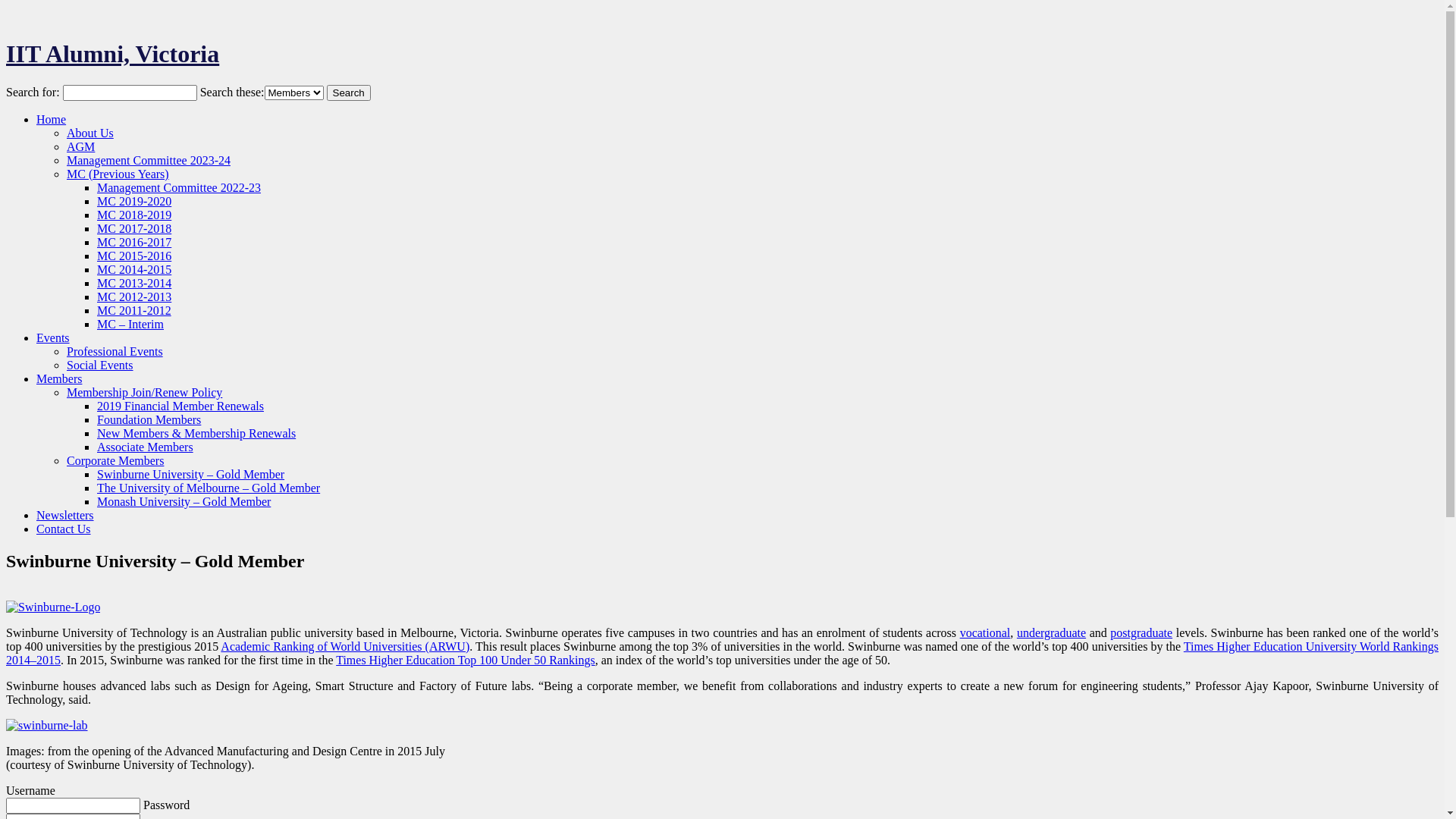 This screenshot has width=1456, height=819. Describe the element at coordinates (65, 160) in the screenshot. I see `'Management Committee 2023-24'` at that location.